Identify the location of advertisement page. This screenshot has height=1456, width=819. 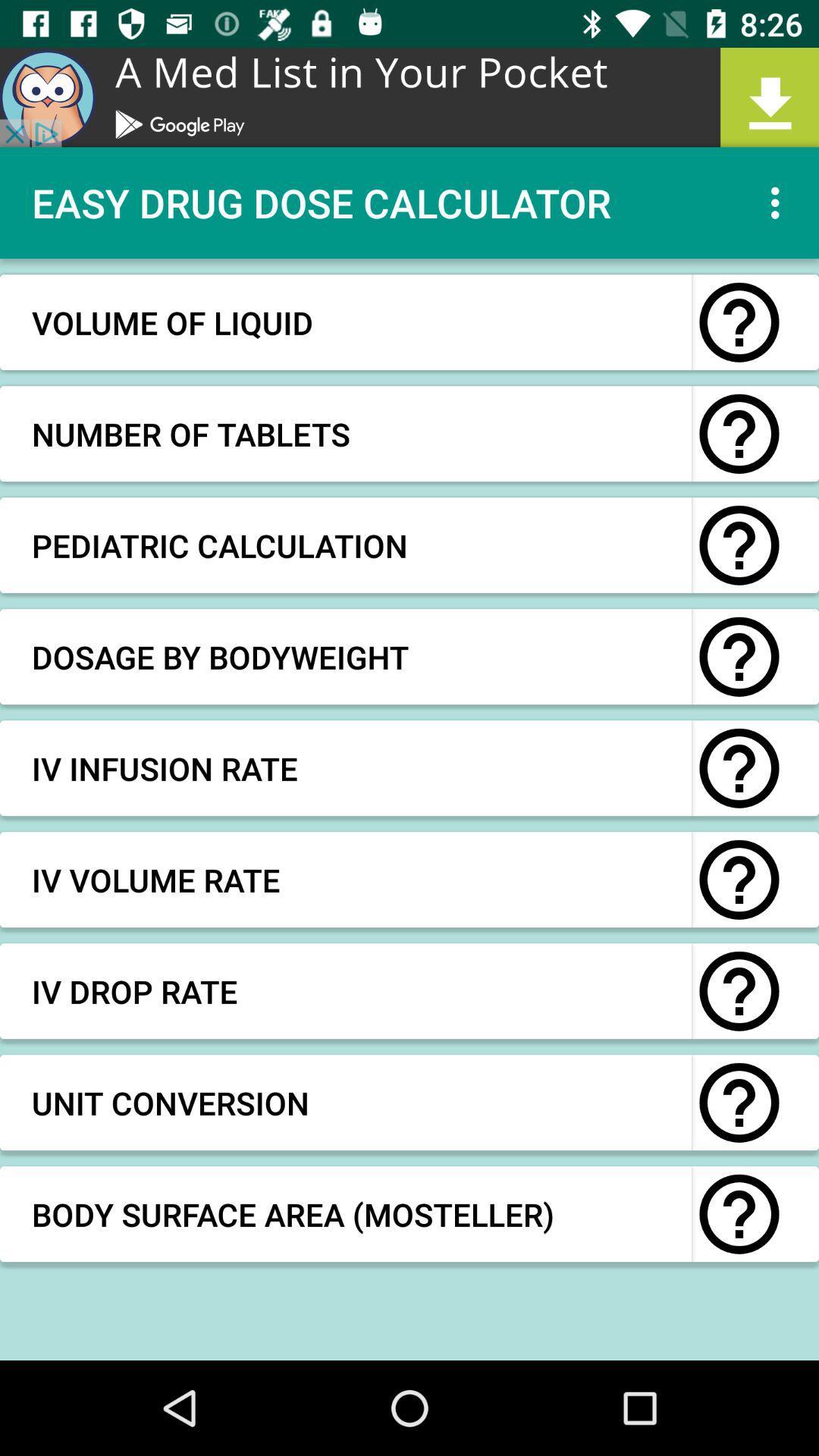
(409, 96).